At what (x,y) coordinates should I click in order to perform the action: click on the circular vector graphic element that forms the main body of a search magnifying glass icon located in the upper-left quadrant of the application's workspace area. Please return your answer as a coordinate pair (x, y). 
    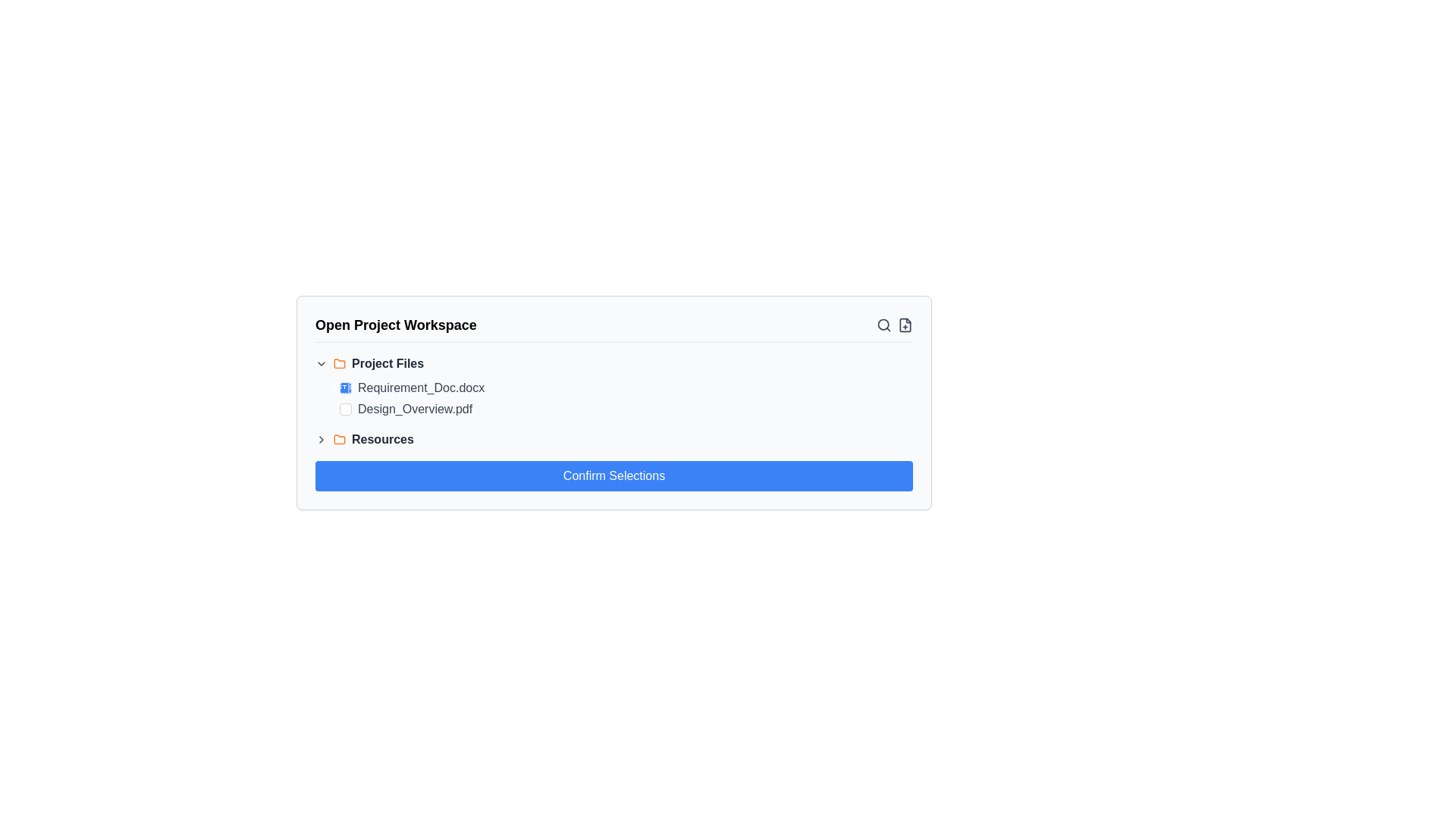
    Looking at the image, I should click on (883, 324).